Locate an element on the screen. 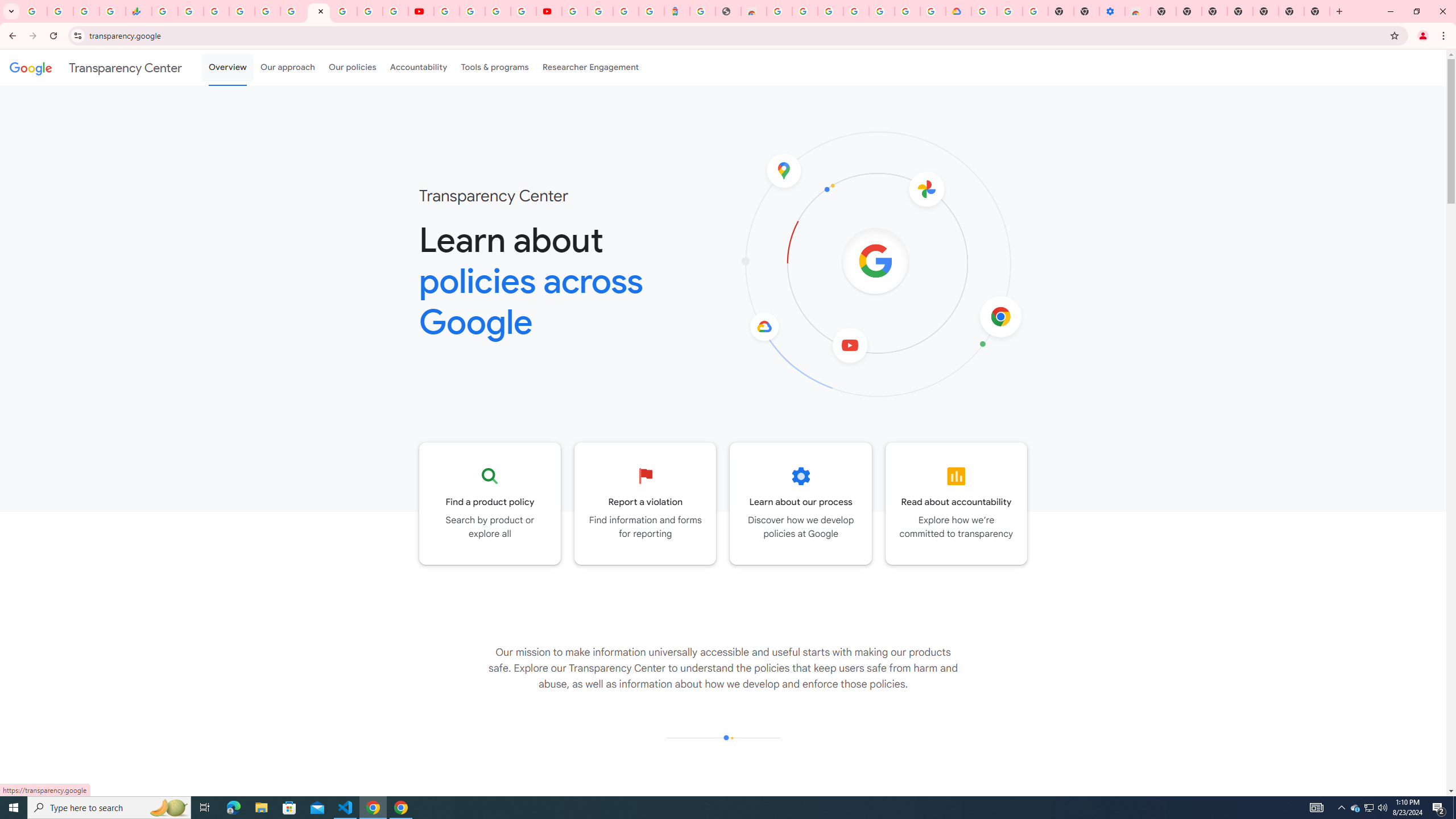  'Transparency Center' is located at coordinates (95, 67).